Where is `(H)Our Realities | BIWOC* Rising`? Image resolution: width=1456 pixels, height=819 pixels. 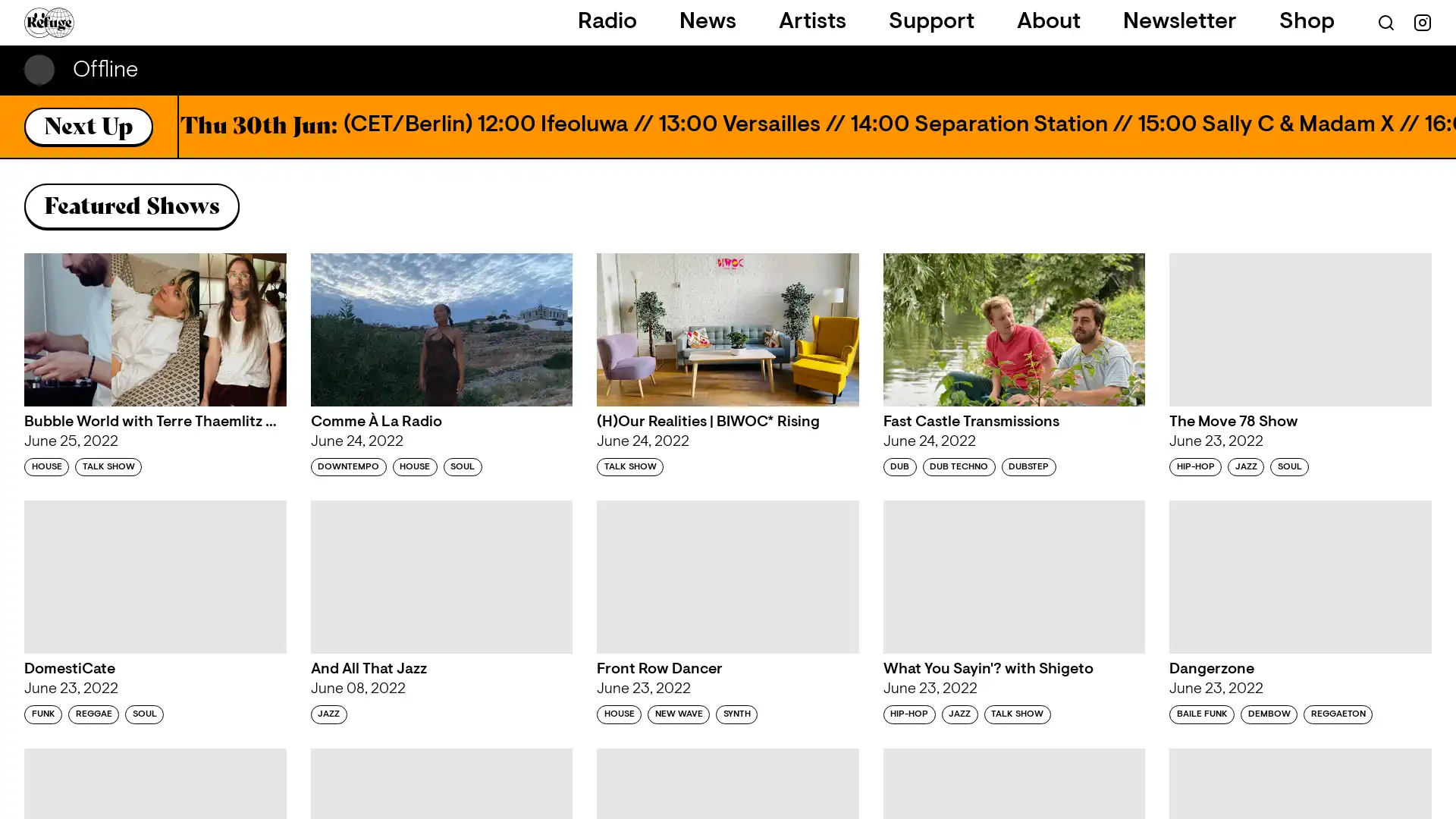
(H)Our Realities | BIWOC* Rising is located at coordinates (726, 329).